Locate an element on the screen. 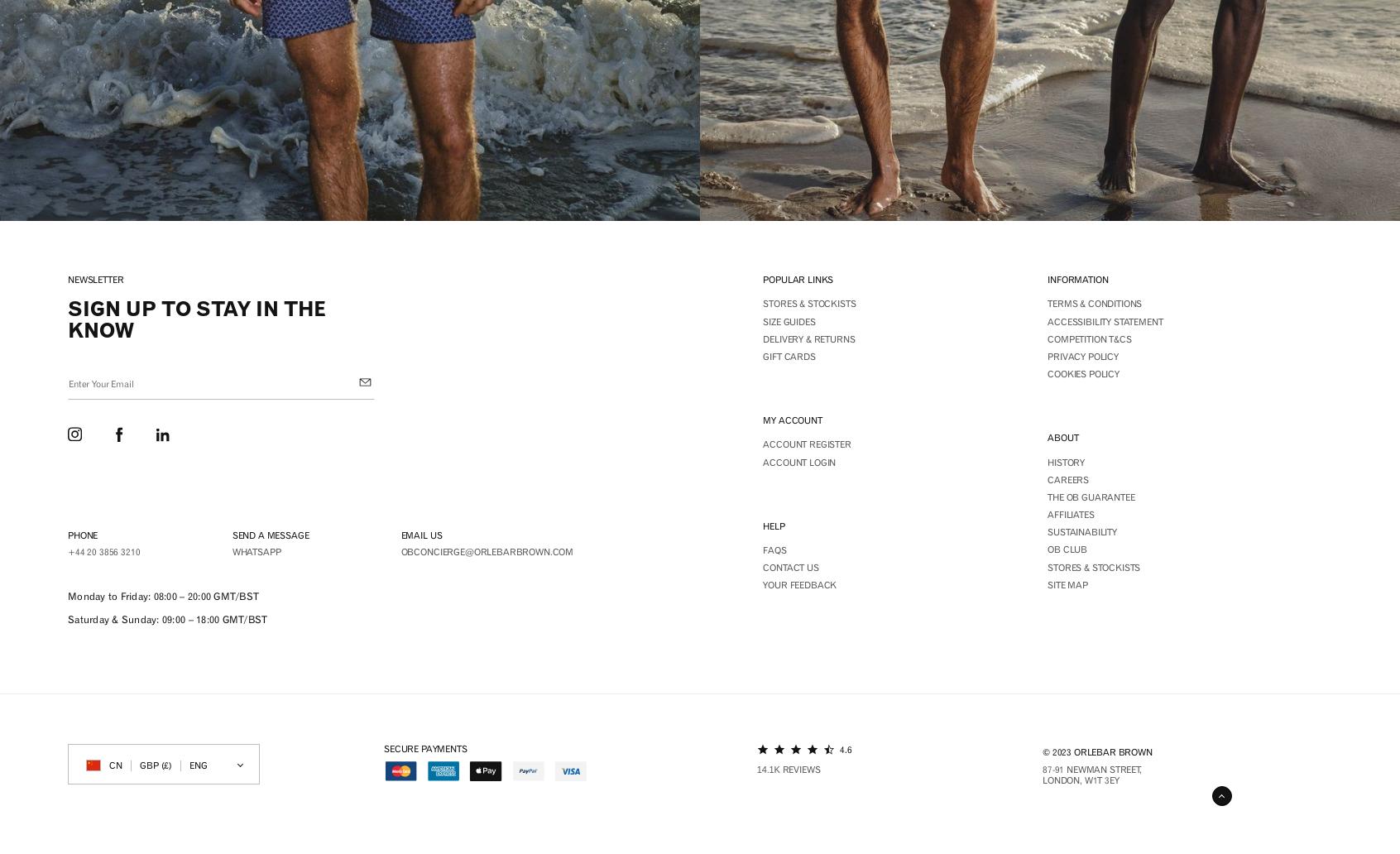 This screenshot has width=1400, height=854. 'Secure payments' is located at coordinates (425, 747).